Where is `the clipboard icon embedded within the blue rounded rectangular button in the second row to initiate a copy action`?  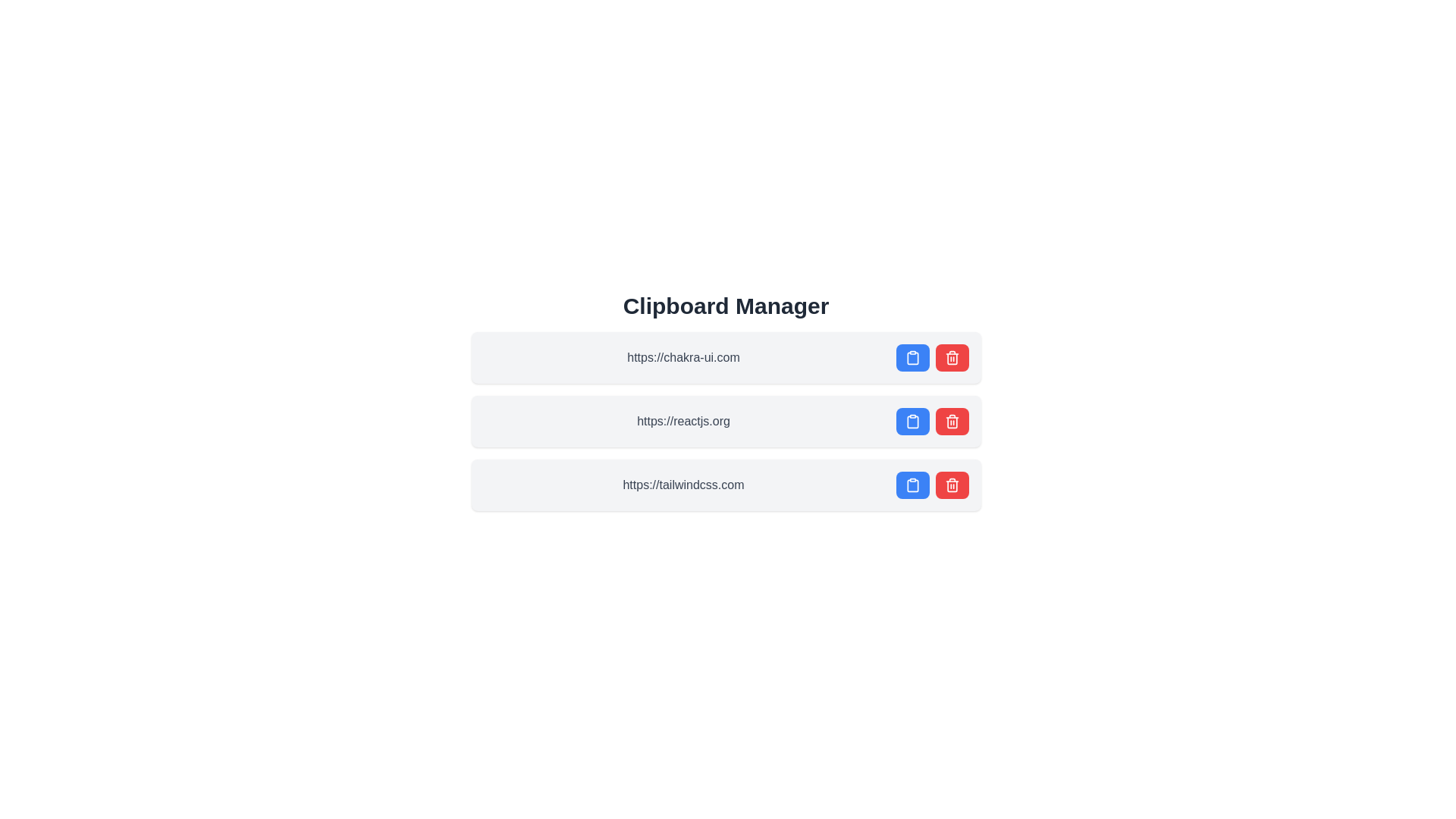
the clipboard icon embedded within the blue rounded rectangular button in the second row to initiate a copy action is located at coordinates (912, 421).